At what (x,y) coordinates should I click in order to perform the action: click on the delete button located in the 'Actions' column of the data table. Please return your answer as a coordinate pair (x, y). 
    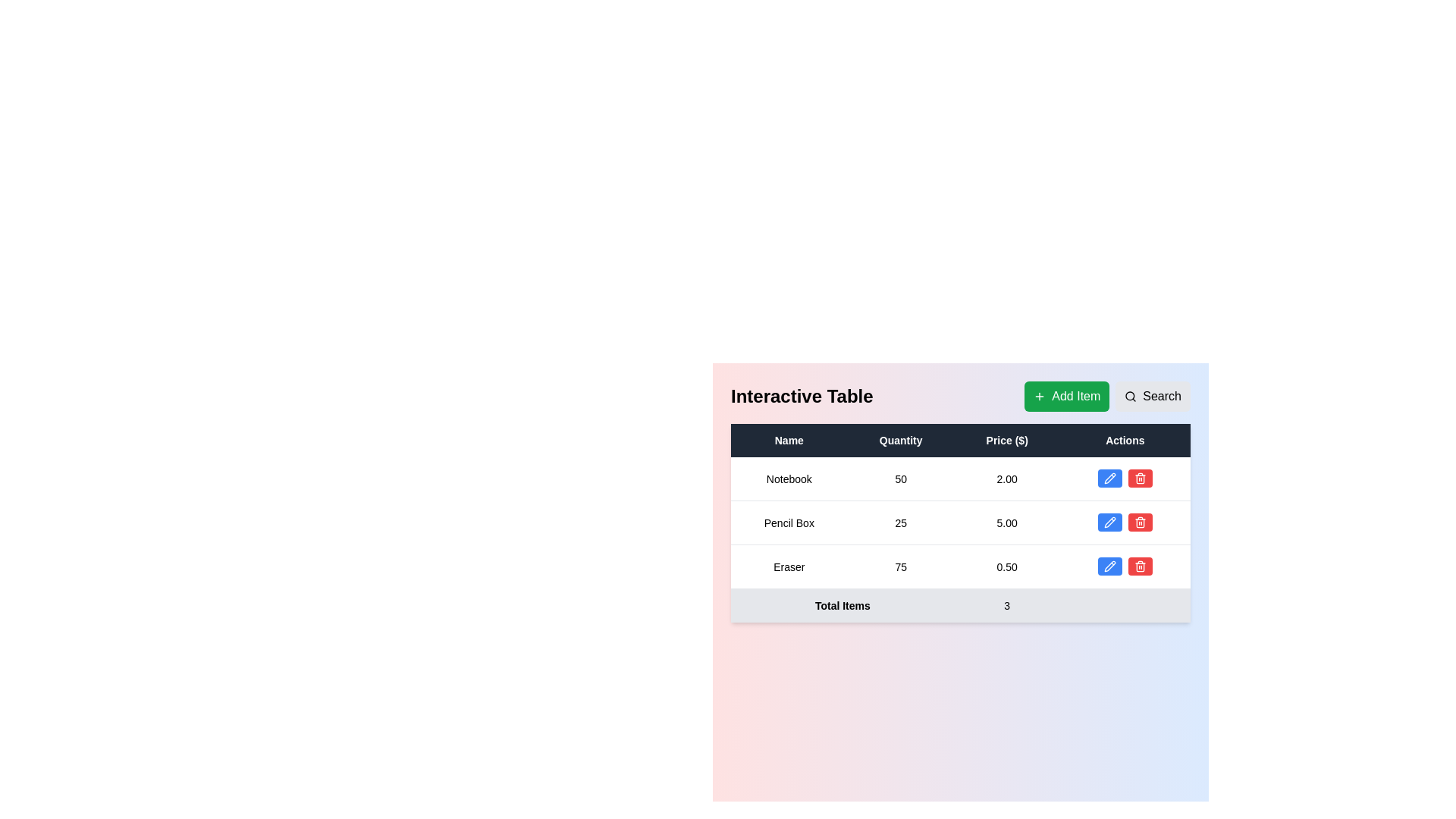
    Looking at the image, I should click on (1140, 479).